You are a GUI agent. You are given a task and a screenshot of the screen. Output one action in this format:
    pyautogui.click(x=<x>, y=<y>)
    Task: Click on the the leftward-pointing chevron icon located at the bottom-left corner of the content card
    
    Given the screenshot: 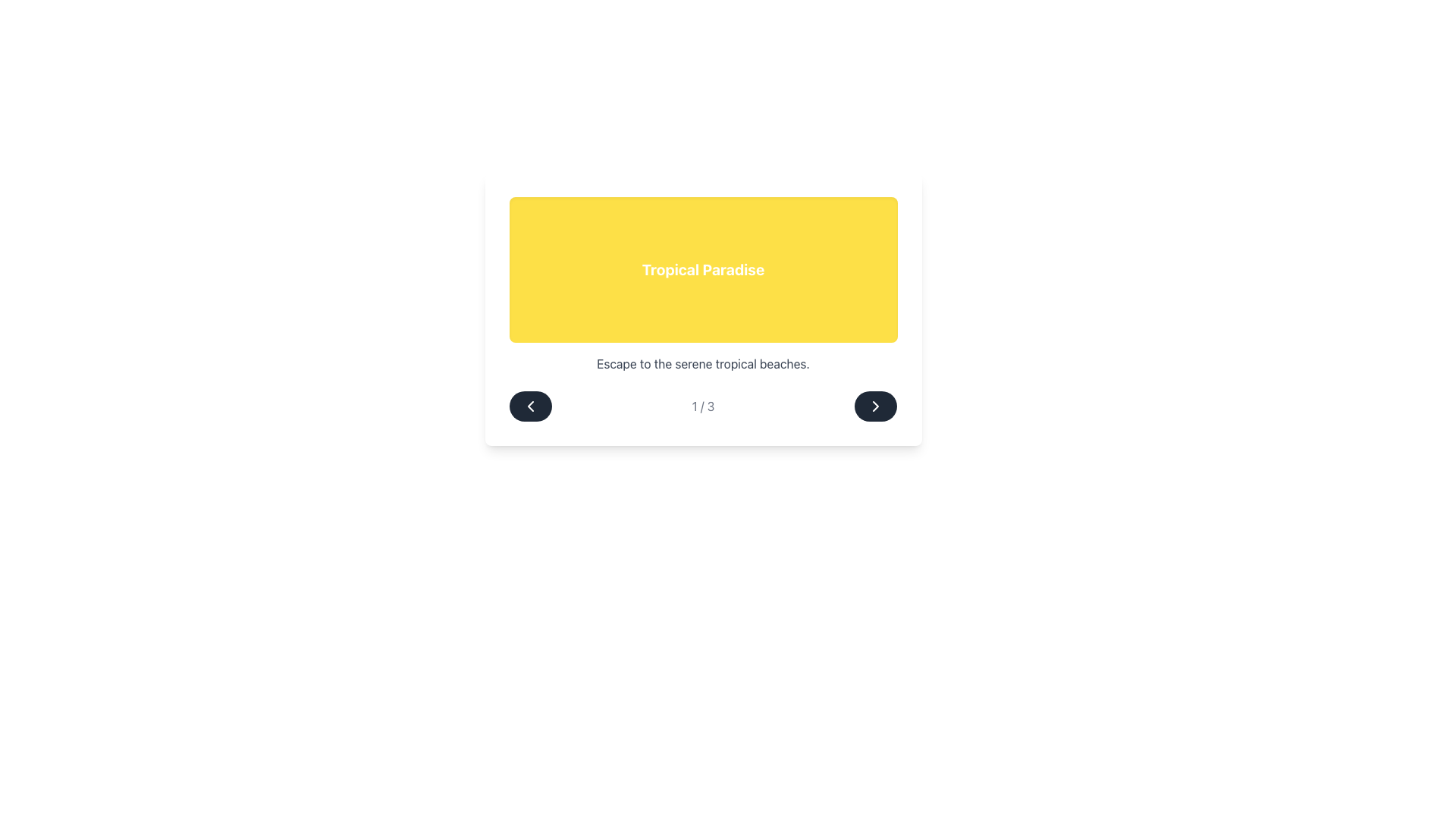 What is the action you would take?
    pyautogui.click(x=530, y=406)
    